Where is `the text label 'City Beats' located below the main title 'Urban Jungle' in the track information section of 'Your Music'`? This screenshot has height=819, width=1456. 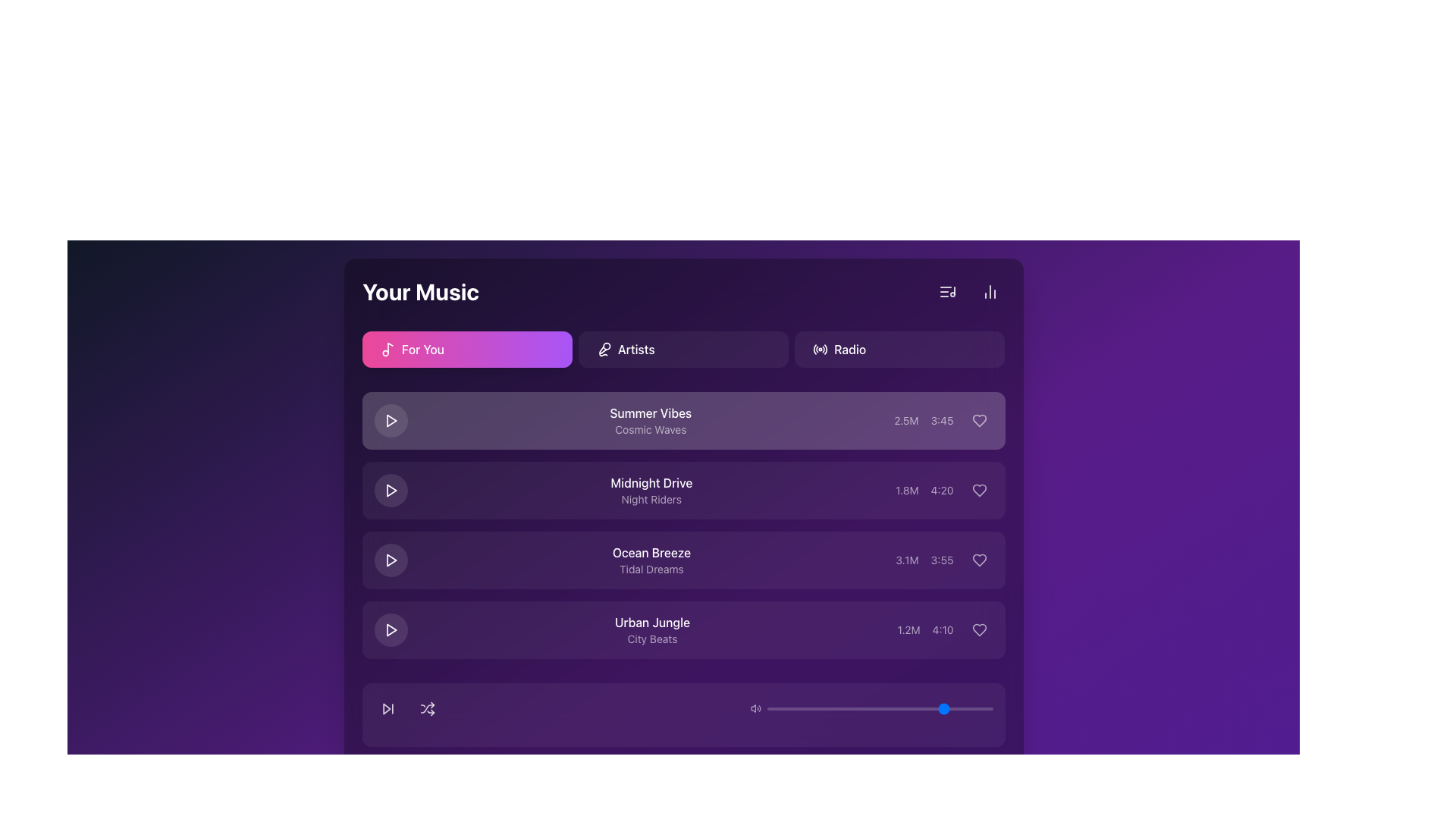 the text label 'City Beats' located below the main title 'Urban Jungle' in the track information section of 'Your Music' is located at coordinates (652, 639).